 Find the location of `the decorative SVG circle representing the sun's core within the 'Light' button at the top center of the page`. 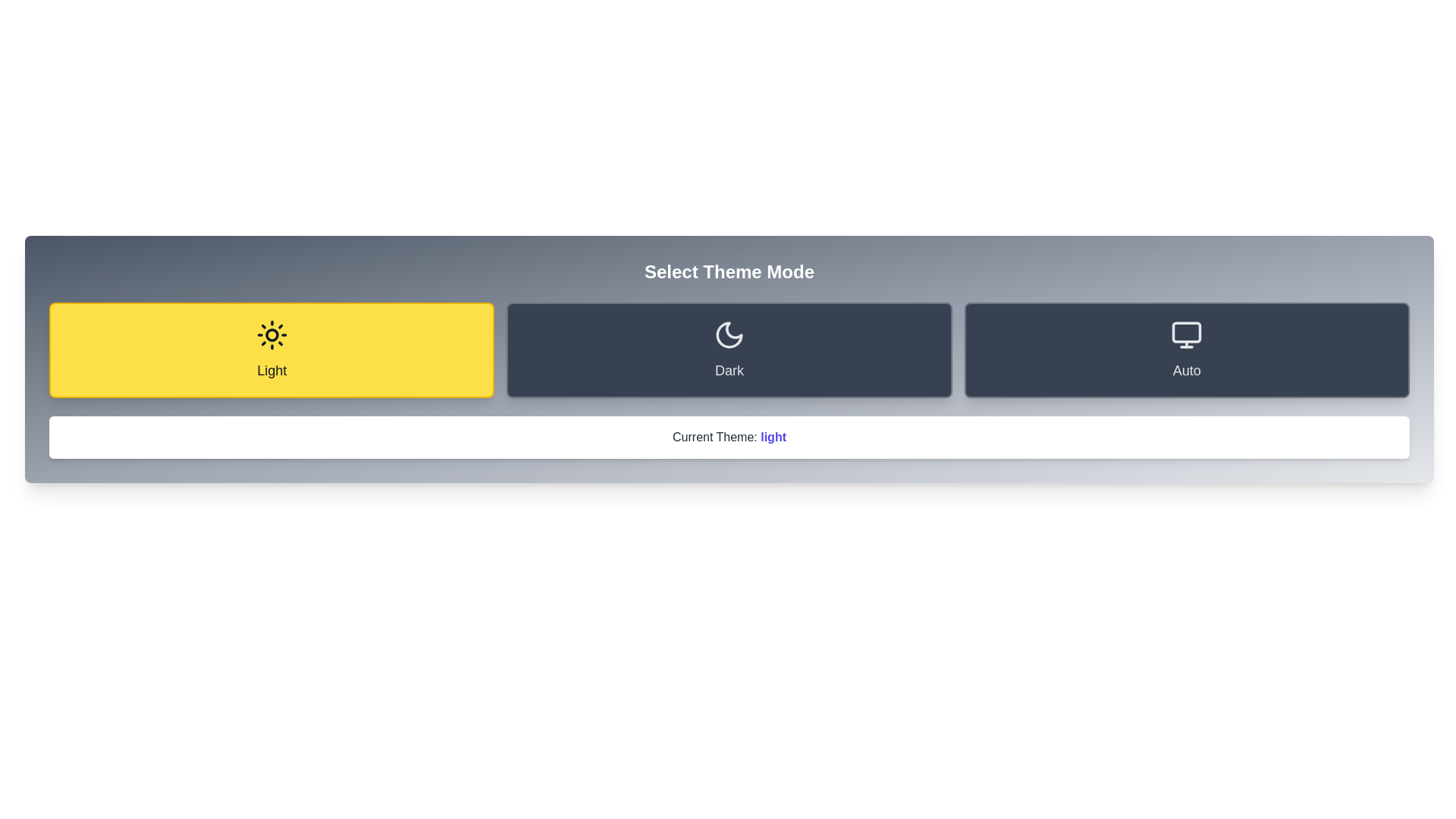

the decorative SVG circle representing the sun's core within the 'Light' button at the top center of the page is located at coordinates (271, 334).